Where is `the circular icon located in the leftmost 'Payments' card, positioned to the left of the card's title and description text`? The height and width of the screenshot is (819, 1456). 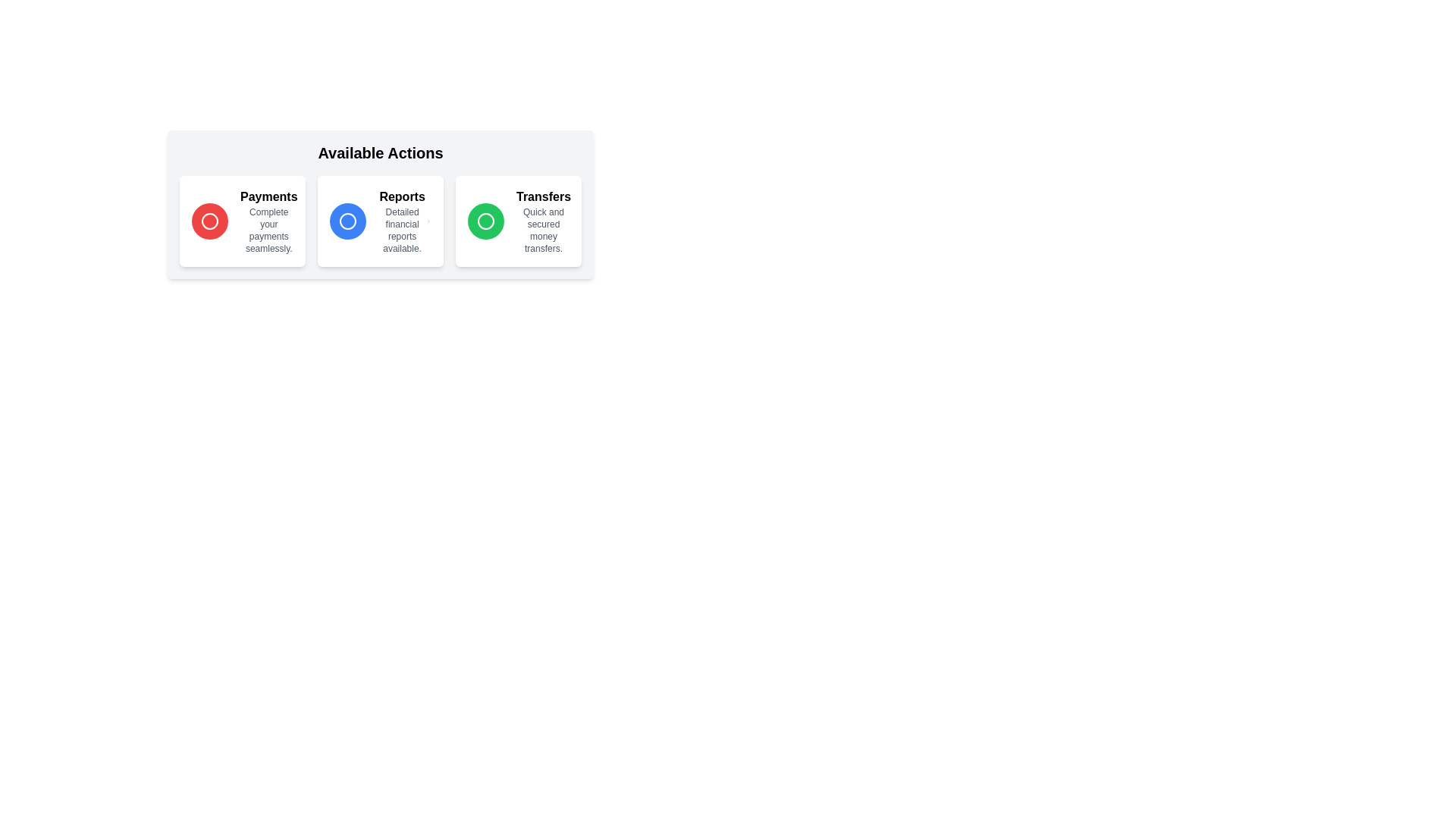
the circular icon located in the leftmost 'Payments' card, positioned to the left of the card's title and description text is located at coordinates (209, 221).